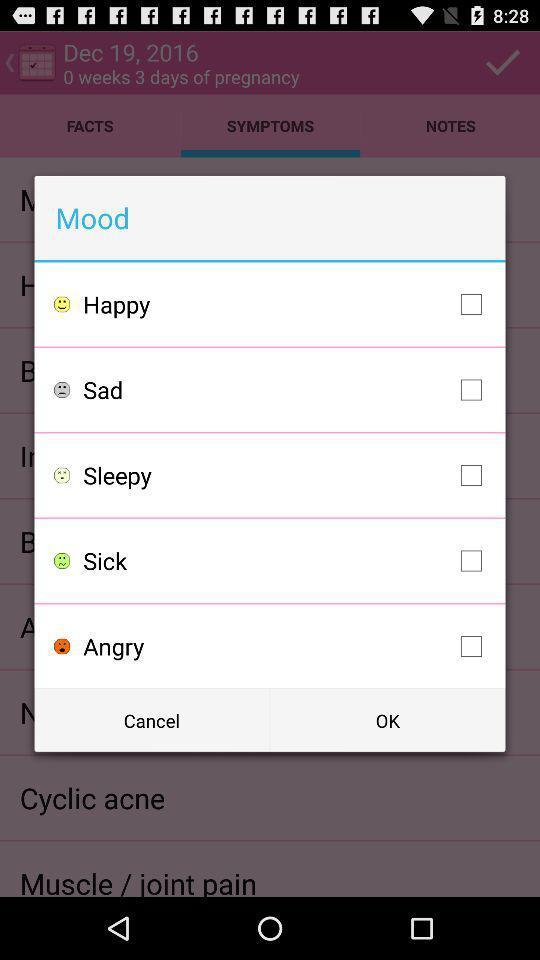 This screenshot has width=540, height=960. Describe the element at coordinates (286, 561) in the screenshot. I see `the sick item` at that location.